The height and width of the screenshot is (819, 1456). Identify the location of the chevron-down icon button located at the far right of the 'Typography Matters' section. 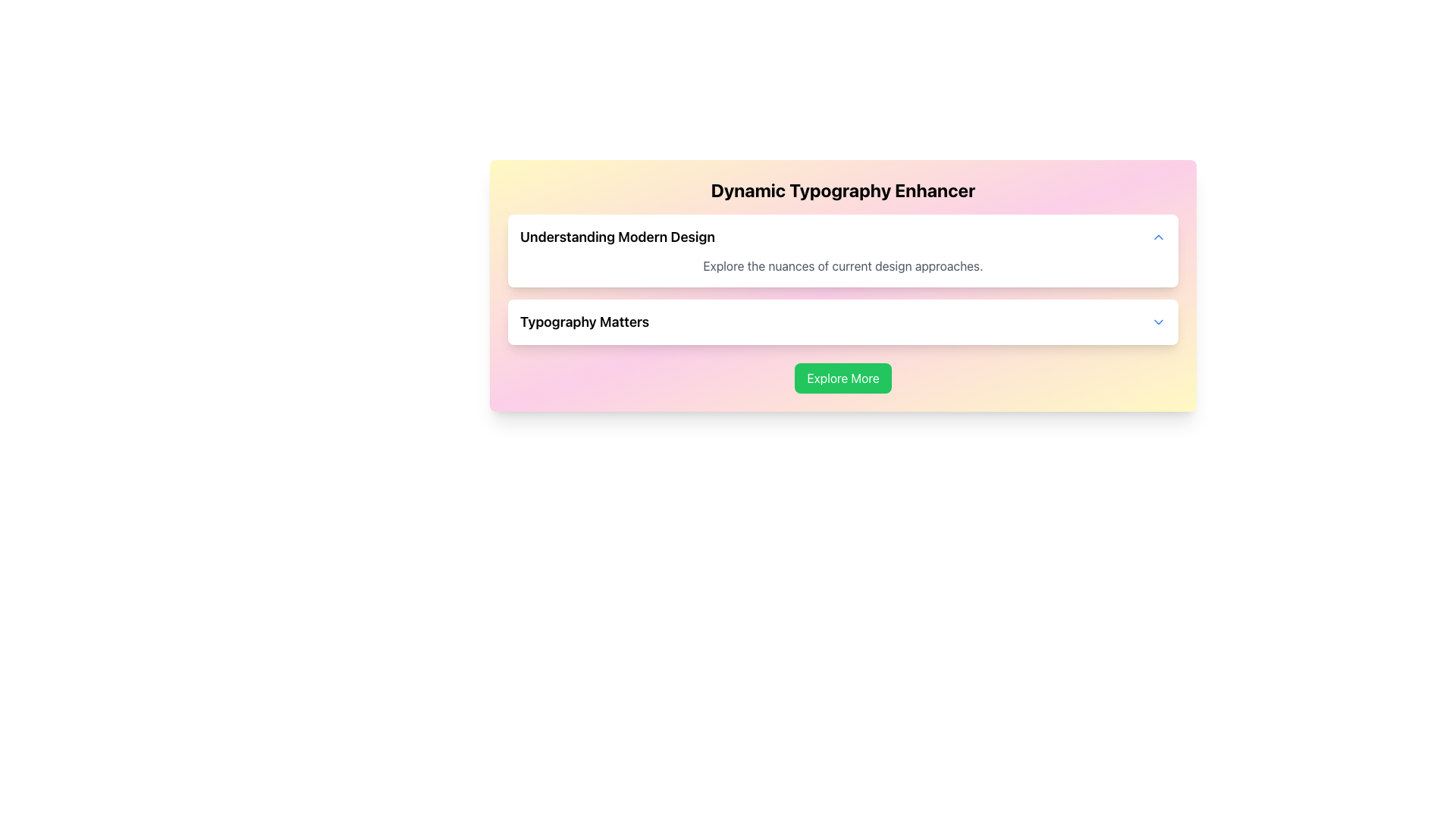
(1157, 321).